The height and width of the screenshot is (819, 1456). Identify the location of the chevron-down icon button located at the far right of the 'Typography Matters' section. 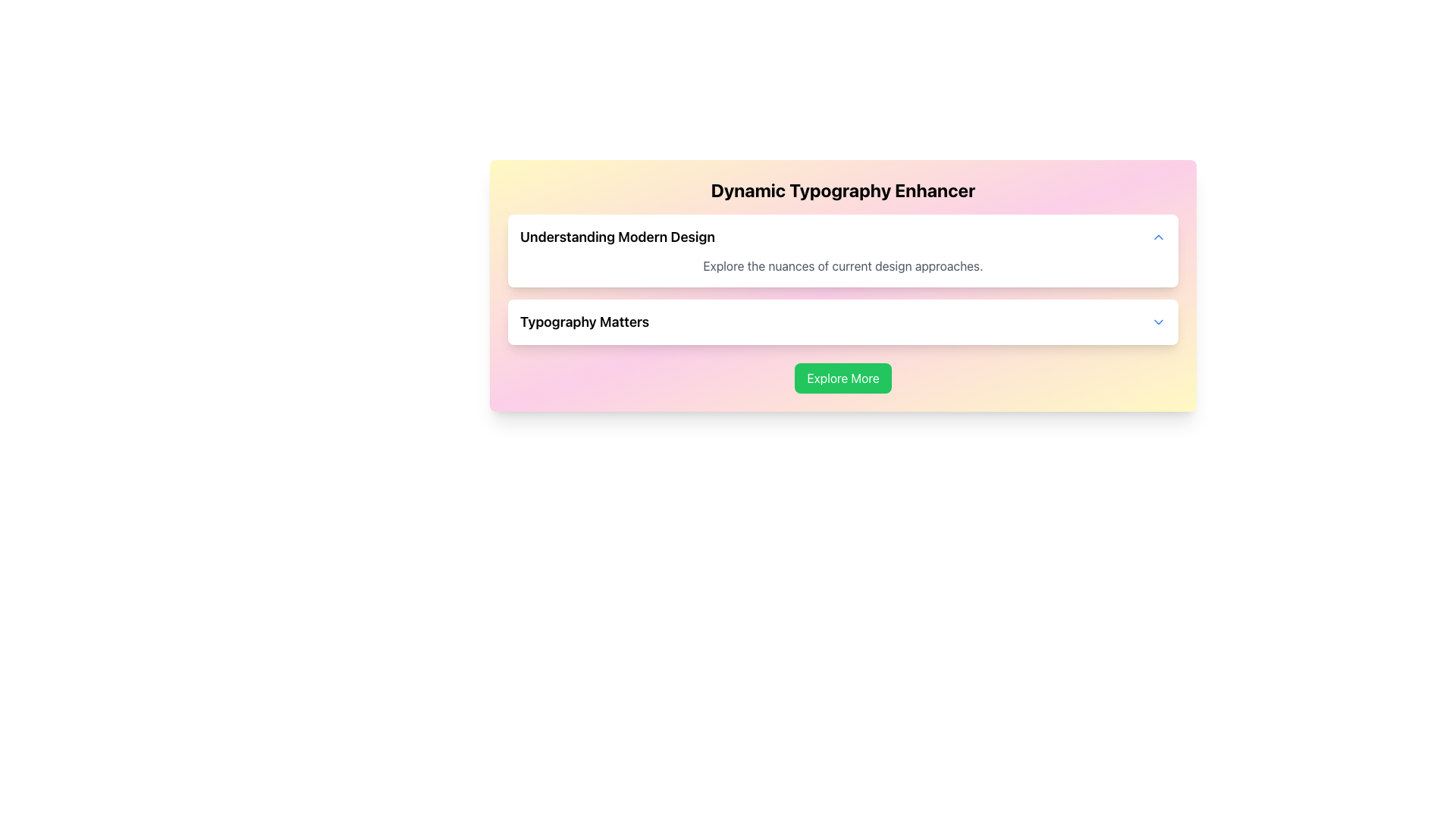
(1157, 321).